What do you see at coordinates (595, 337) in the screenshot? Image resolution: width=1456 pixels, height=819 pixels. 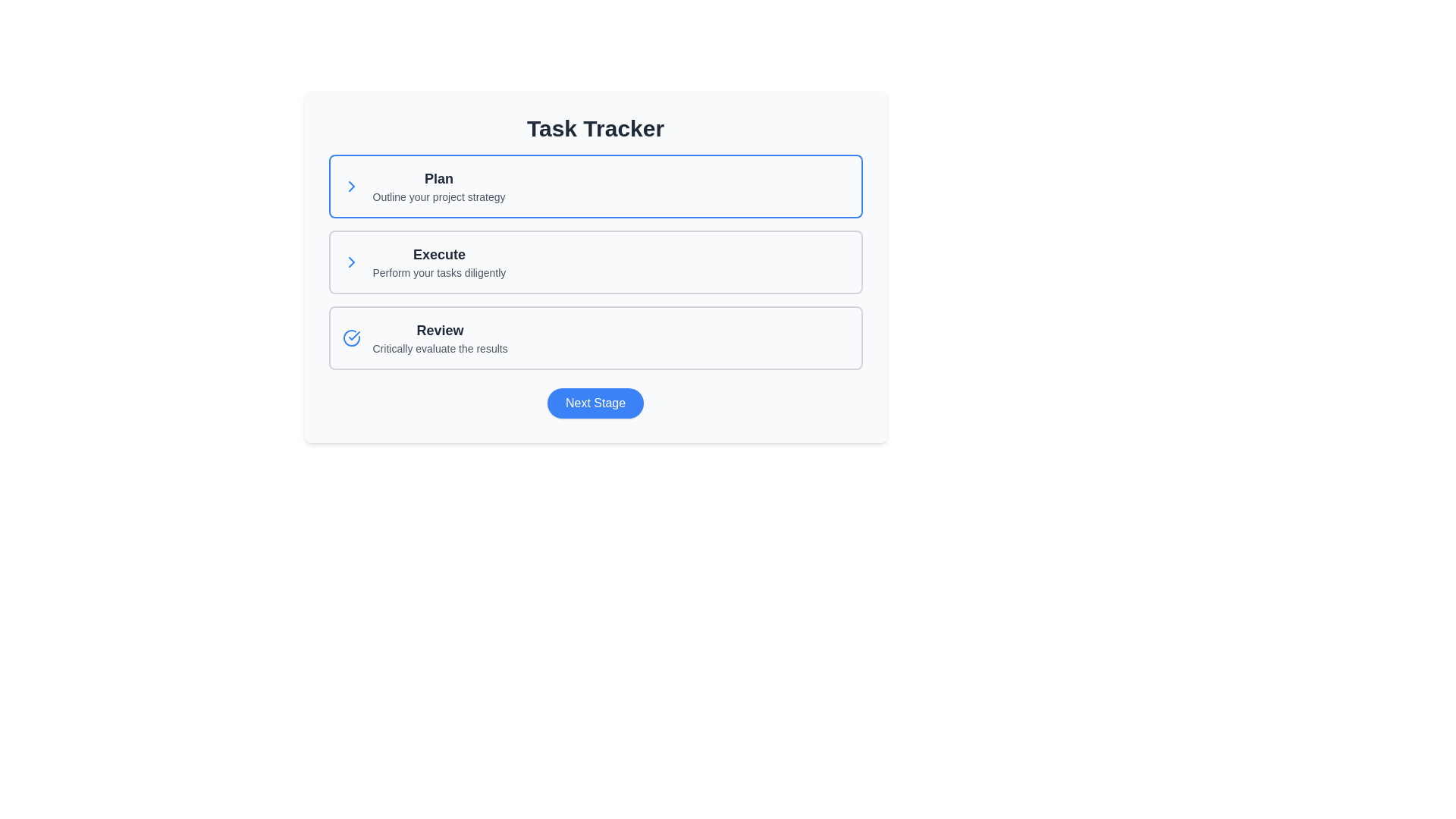 I see `the 'Review' card component` at bounding box center [595, 337].